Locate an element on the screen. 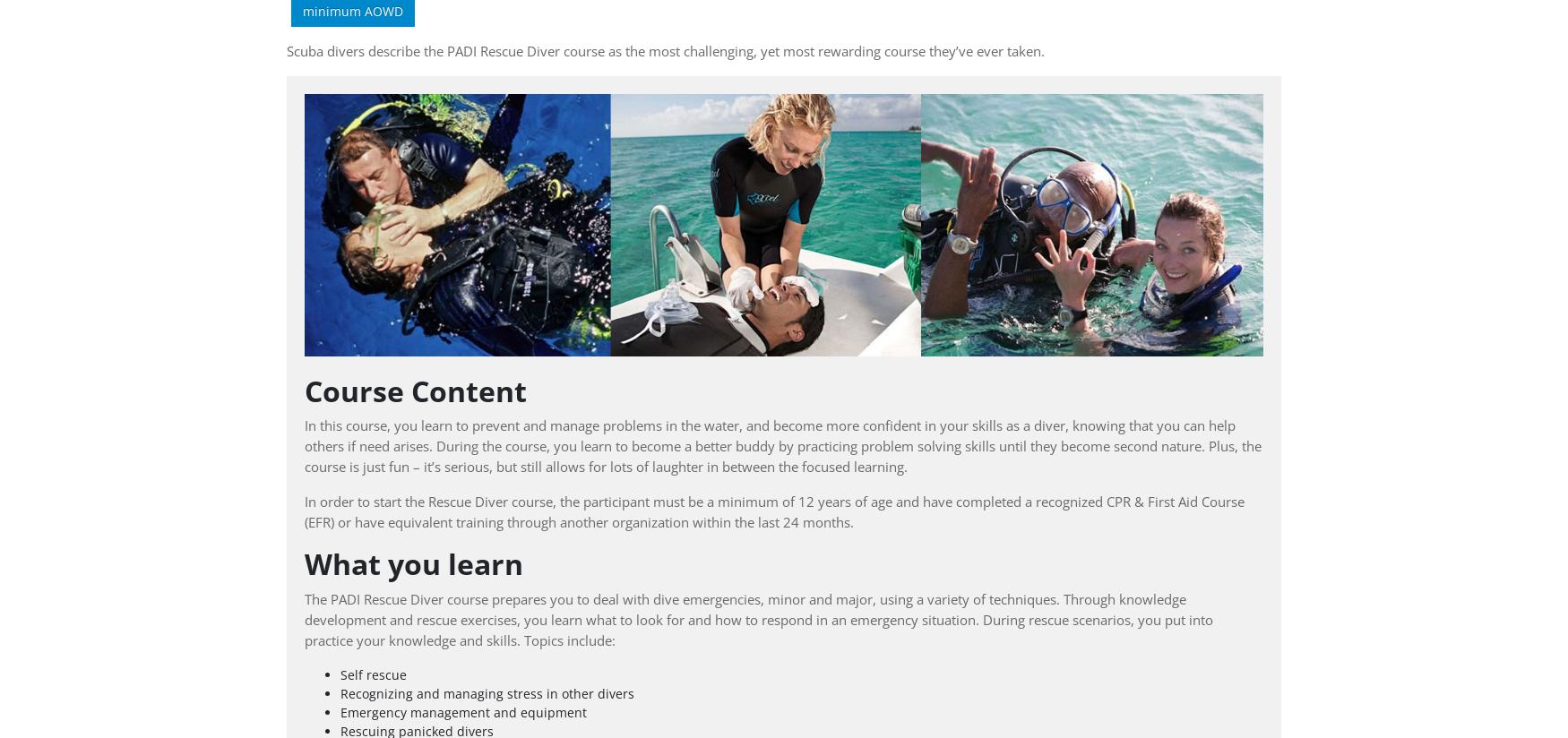  'minimum AOWD' is located at coordinates (351, 9).